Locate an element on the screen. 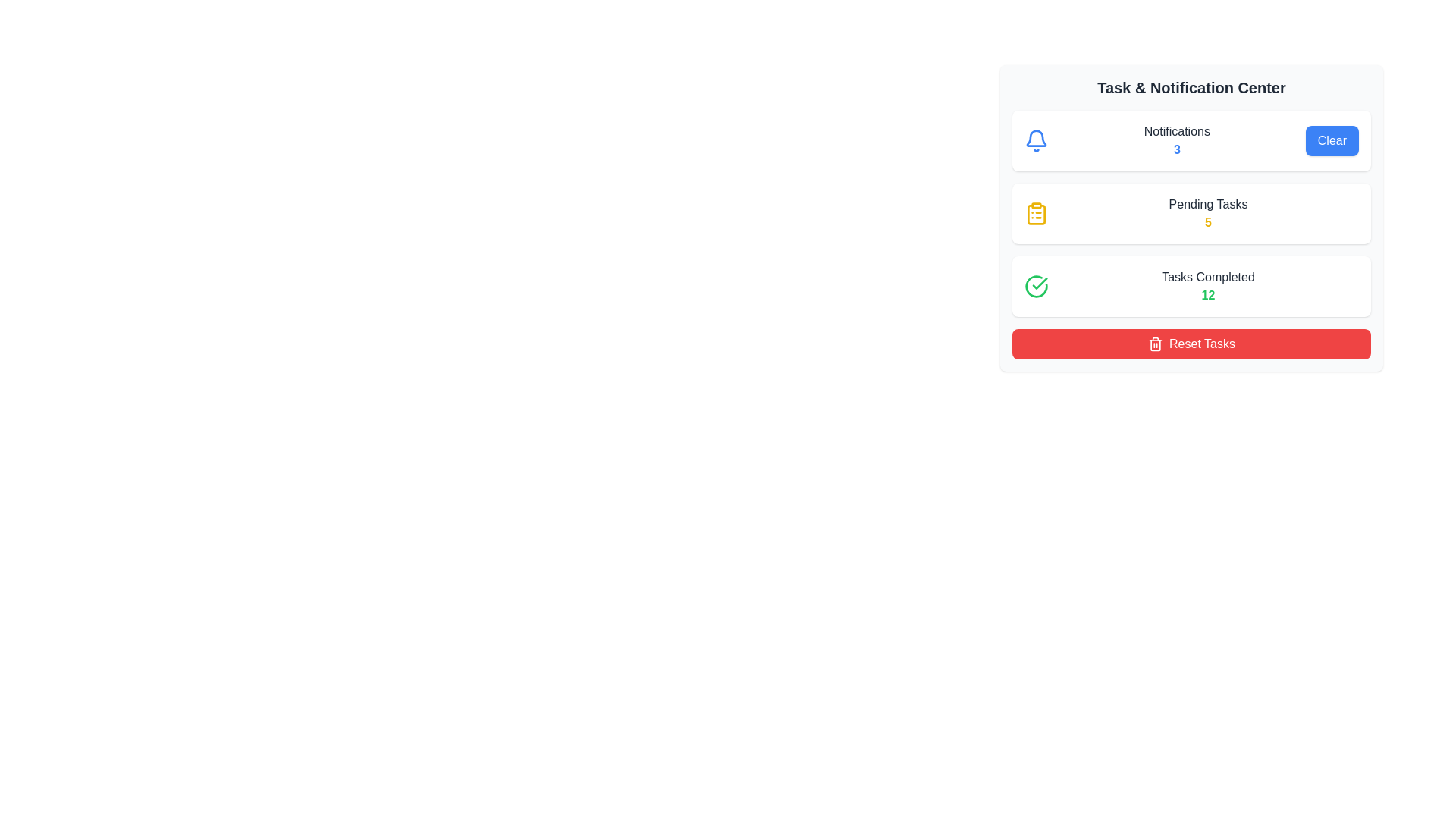  the green circular icon with a checkmark within it, located in the top-left corner of the 'Tasks Completed' section, by clicking on it is located at coordinates (1036, 287).